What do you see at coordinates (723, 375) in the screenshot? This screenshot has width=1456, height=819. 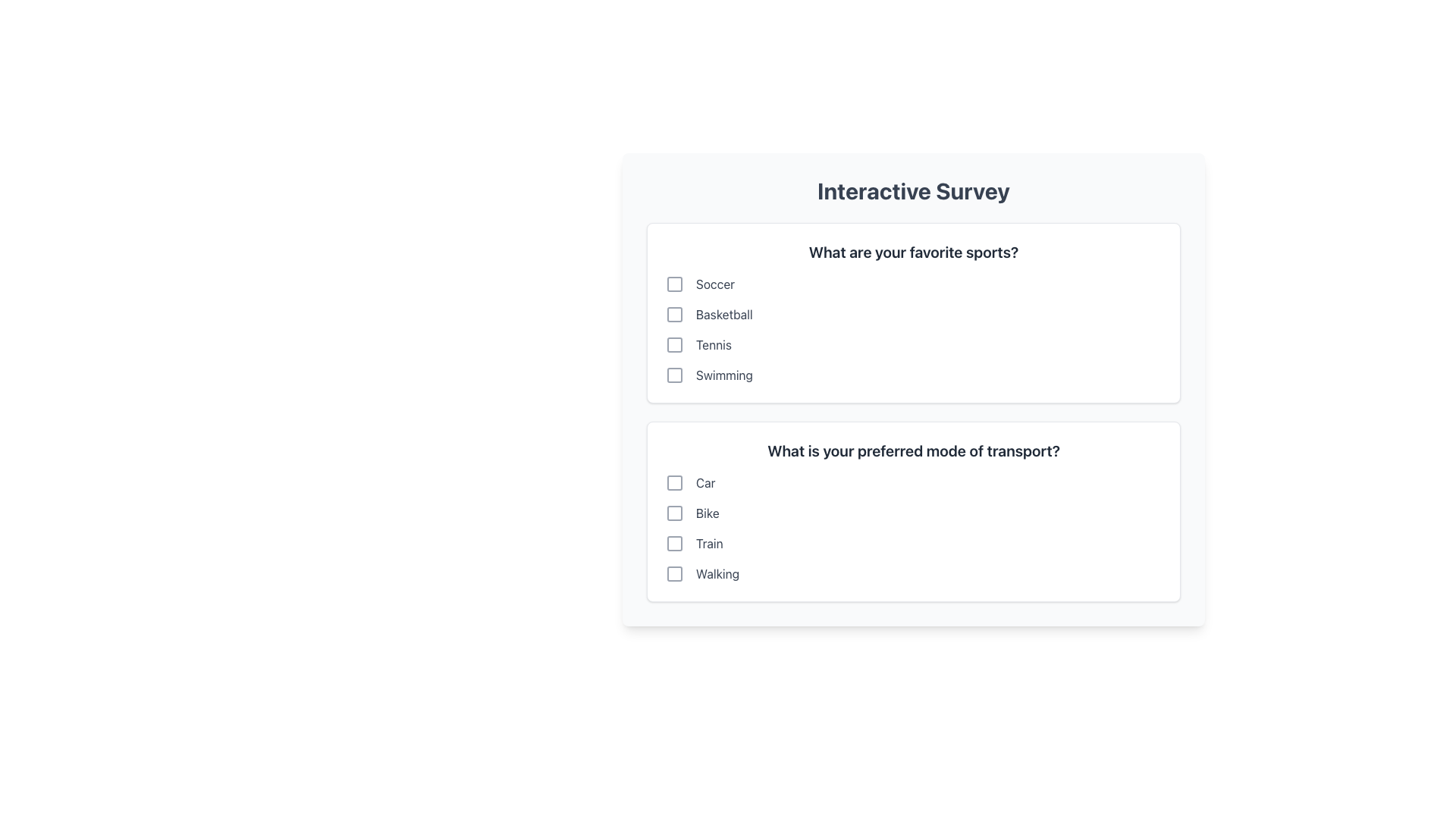 I see `the text label displaying 'Swimming' in gray color, which is the fourth item in the list under 'What are your favorite sports?'` at bounding box center [723, 375].